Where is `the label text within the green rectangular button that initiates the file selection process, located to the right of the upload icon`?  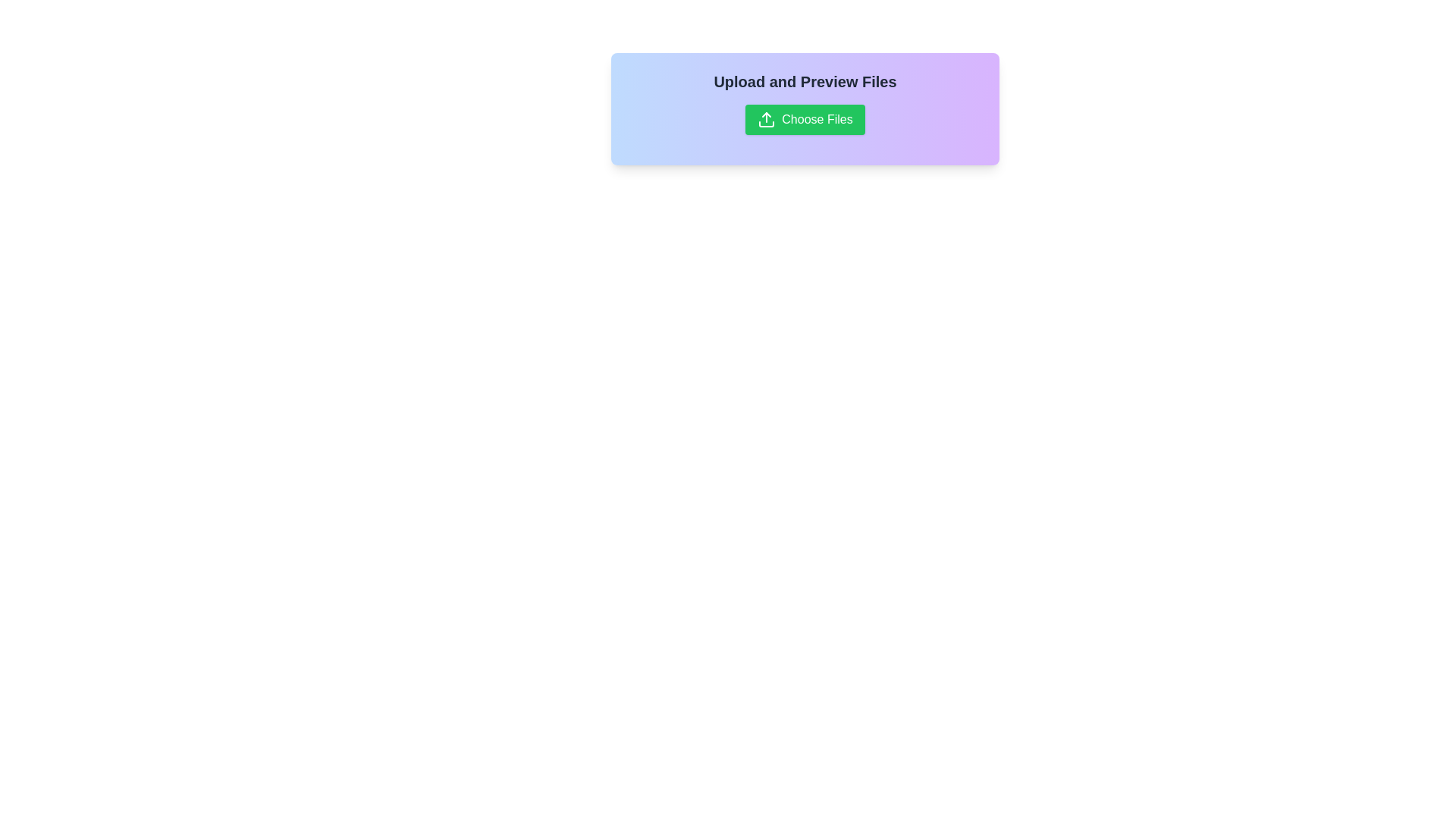
the label text within the green rectangular button that initiates the file selection process, located to the right of the upload icon is located at coordinates (817, 119).